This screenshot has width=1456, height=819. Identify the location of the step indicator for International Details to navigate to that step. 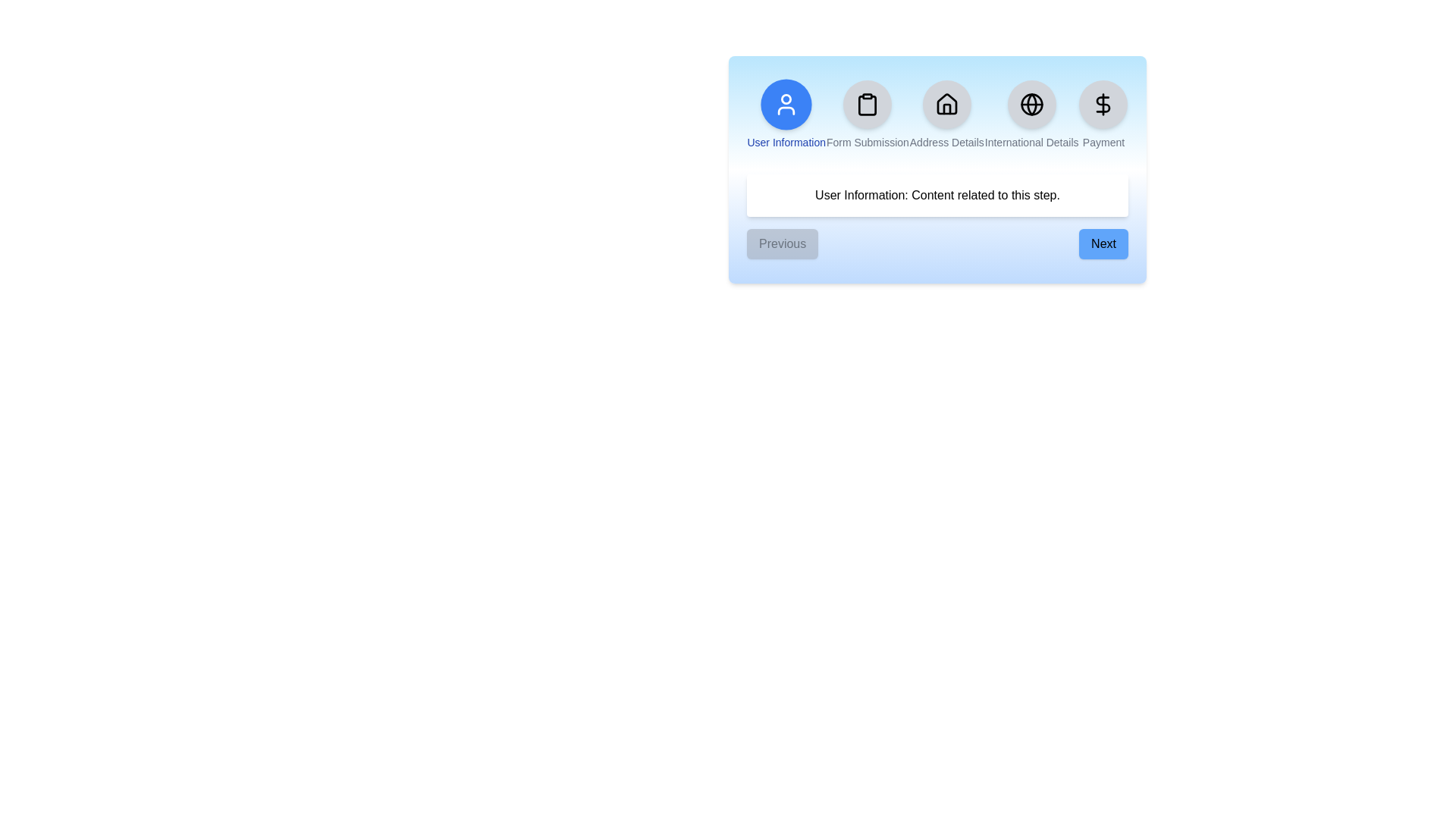
(1031, 114).